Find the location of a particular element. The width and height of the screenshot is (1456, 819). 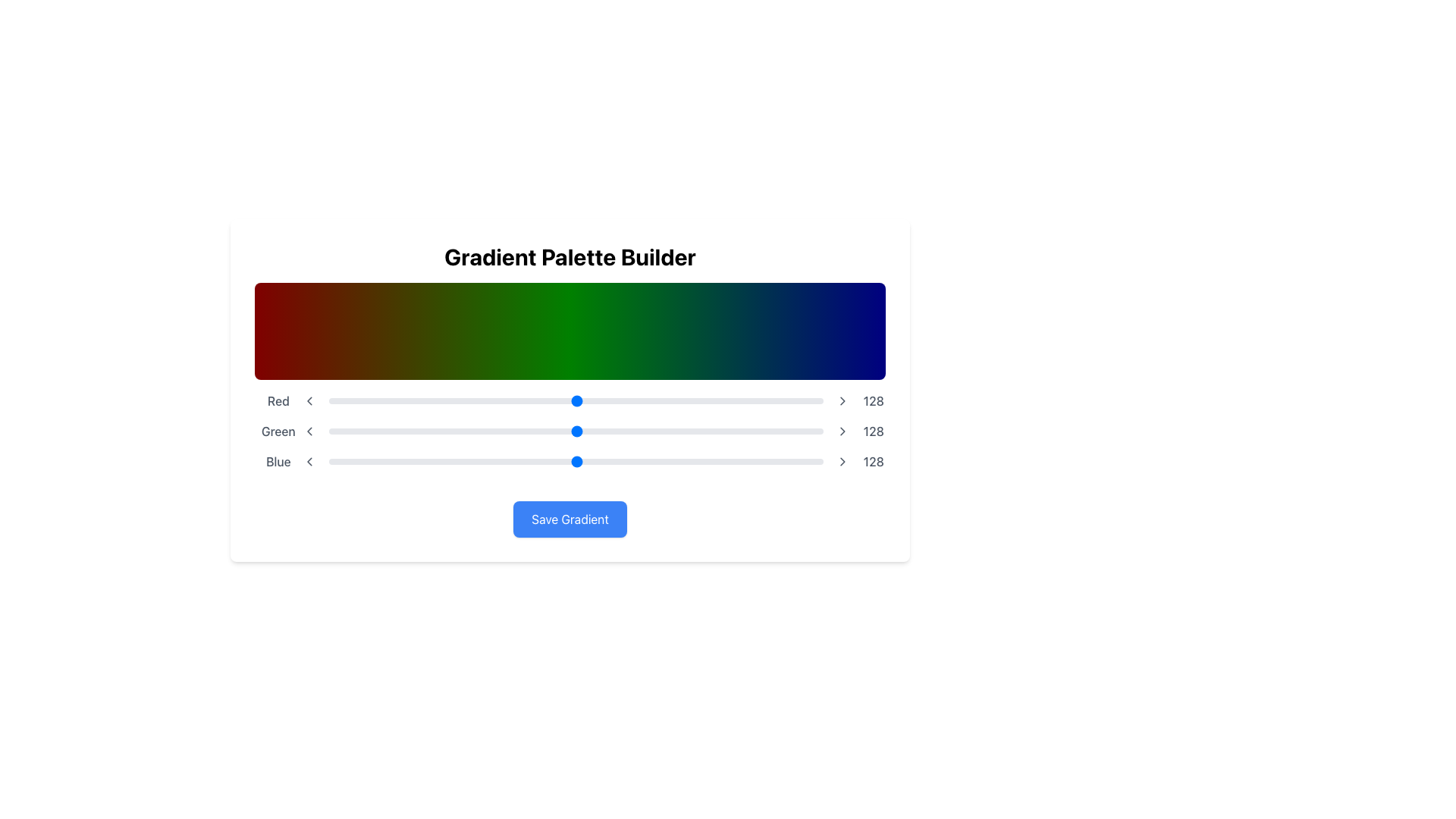

the text label displaying the number '128' in a medium gray font, located at the rightmost end of a horizontal row below the 'Blue' slider control is located at coordinates (874, 461).